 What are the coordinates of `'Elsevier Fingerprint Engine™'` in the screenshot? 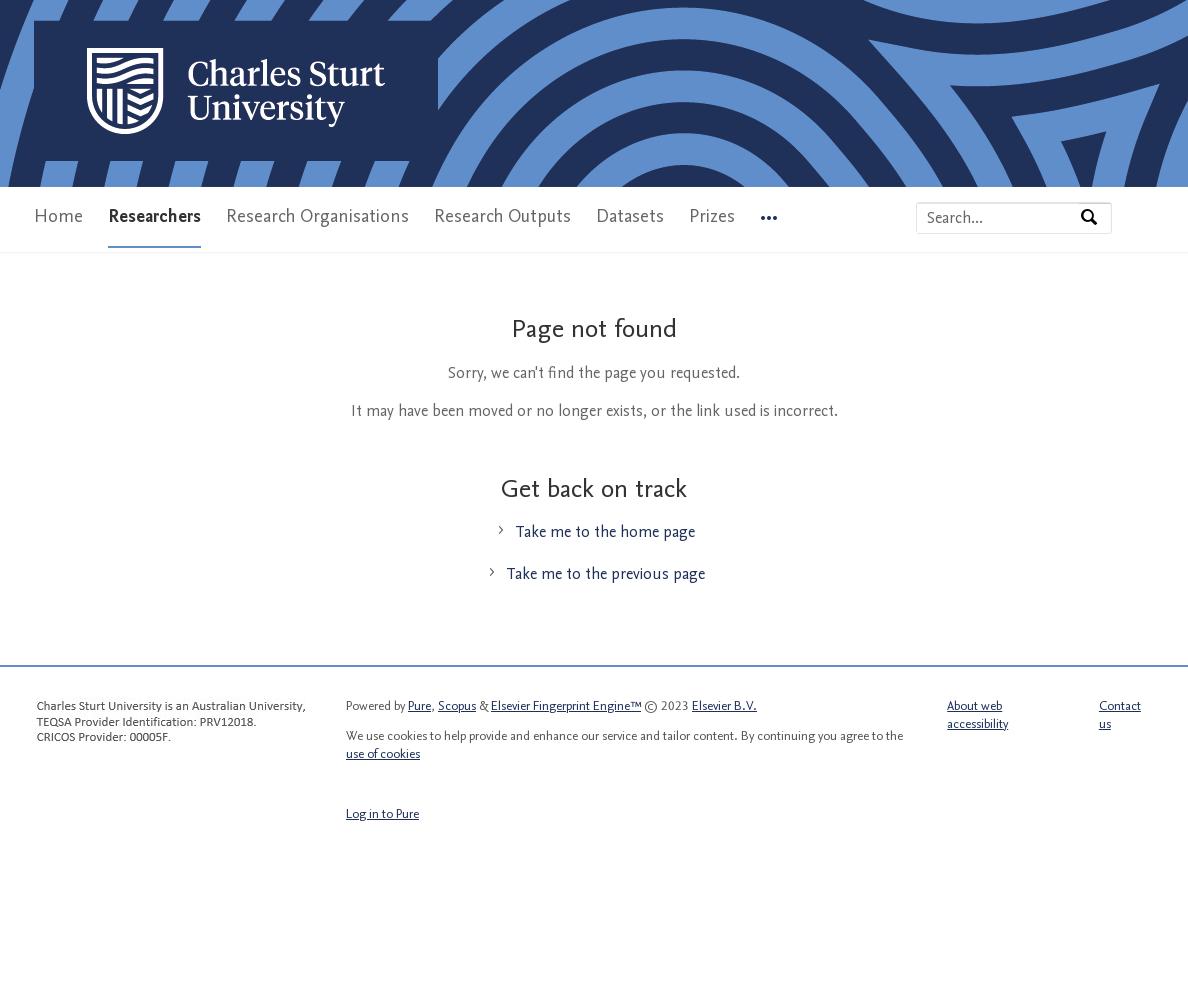 It's located at (491, 704).